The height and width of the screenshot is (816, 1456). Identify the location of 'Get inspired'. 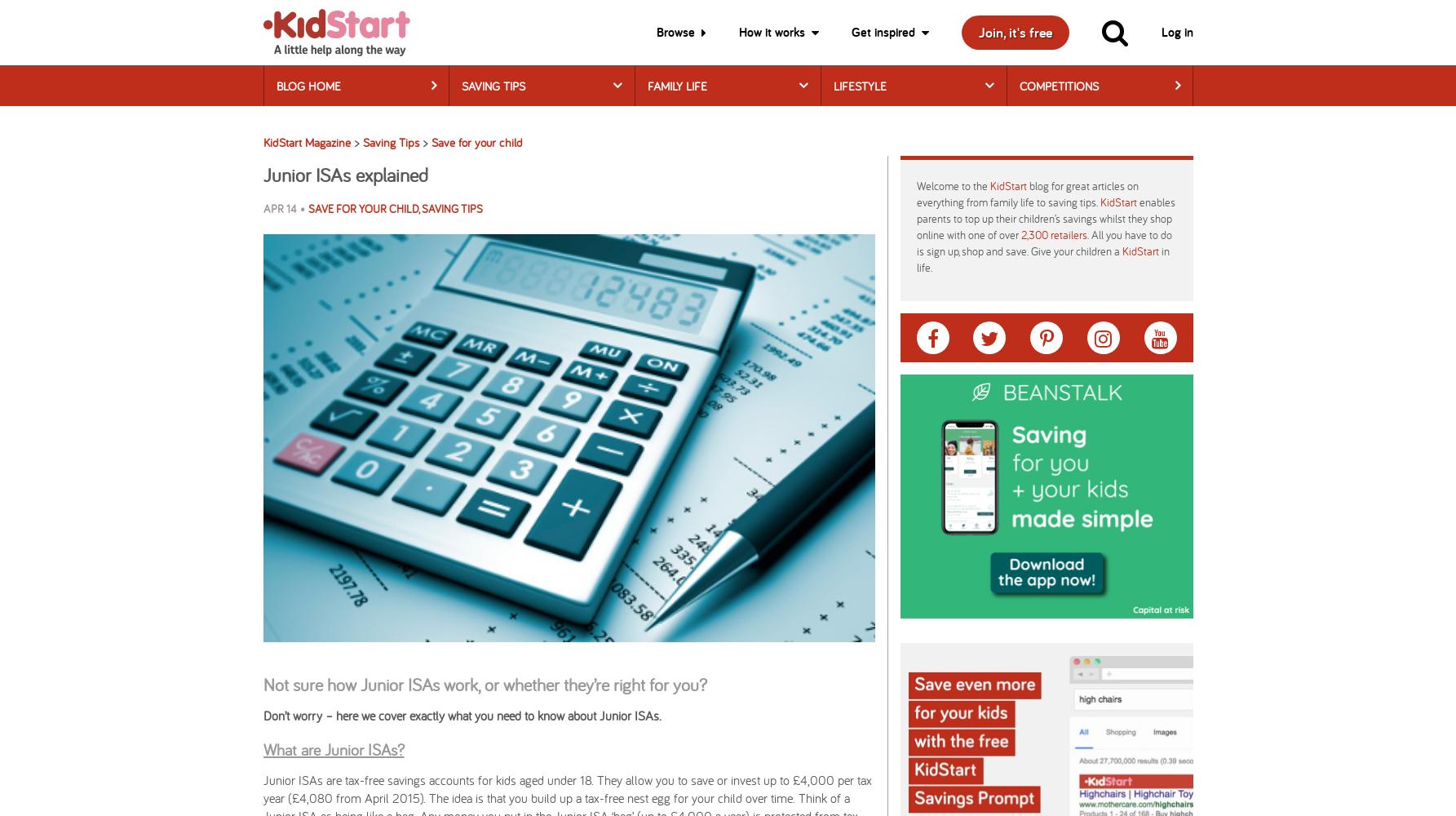
(883, 32).